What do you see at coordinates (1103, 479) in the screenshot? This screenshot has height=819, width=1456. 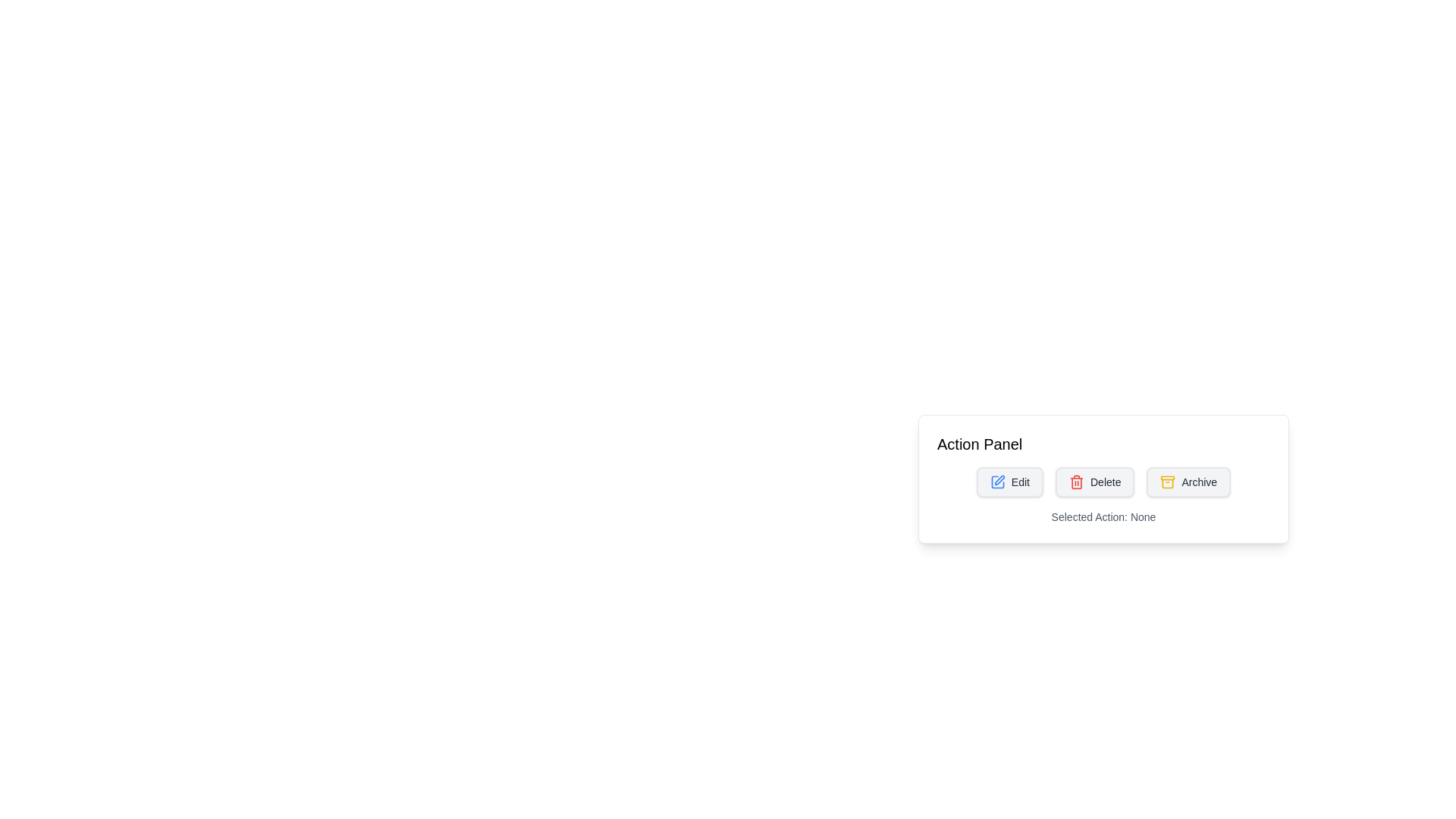 I see `the buttons in the Action panel located below the title 'Action Panel'` at bounding box center [1103, 479].